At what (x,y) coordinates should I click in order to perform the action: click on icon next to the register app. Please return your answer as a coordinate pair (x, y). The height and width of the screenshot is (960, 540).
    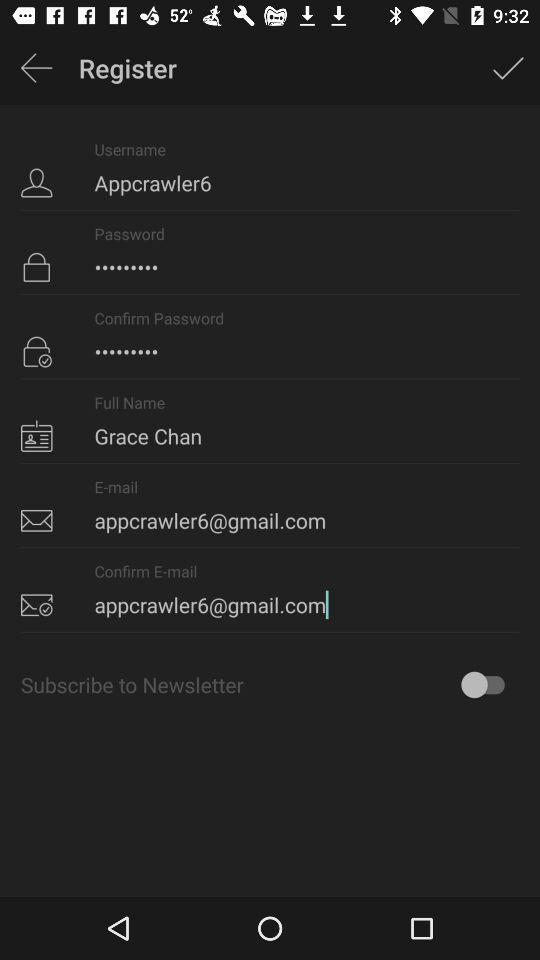
    Looking at the image, I should click on (508, 68).